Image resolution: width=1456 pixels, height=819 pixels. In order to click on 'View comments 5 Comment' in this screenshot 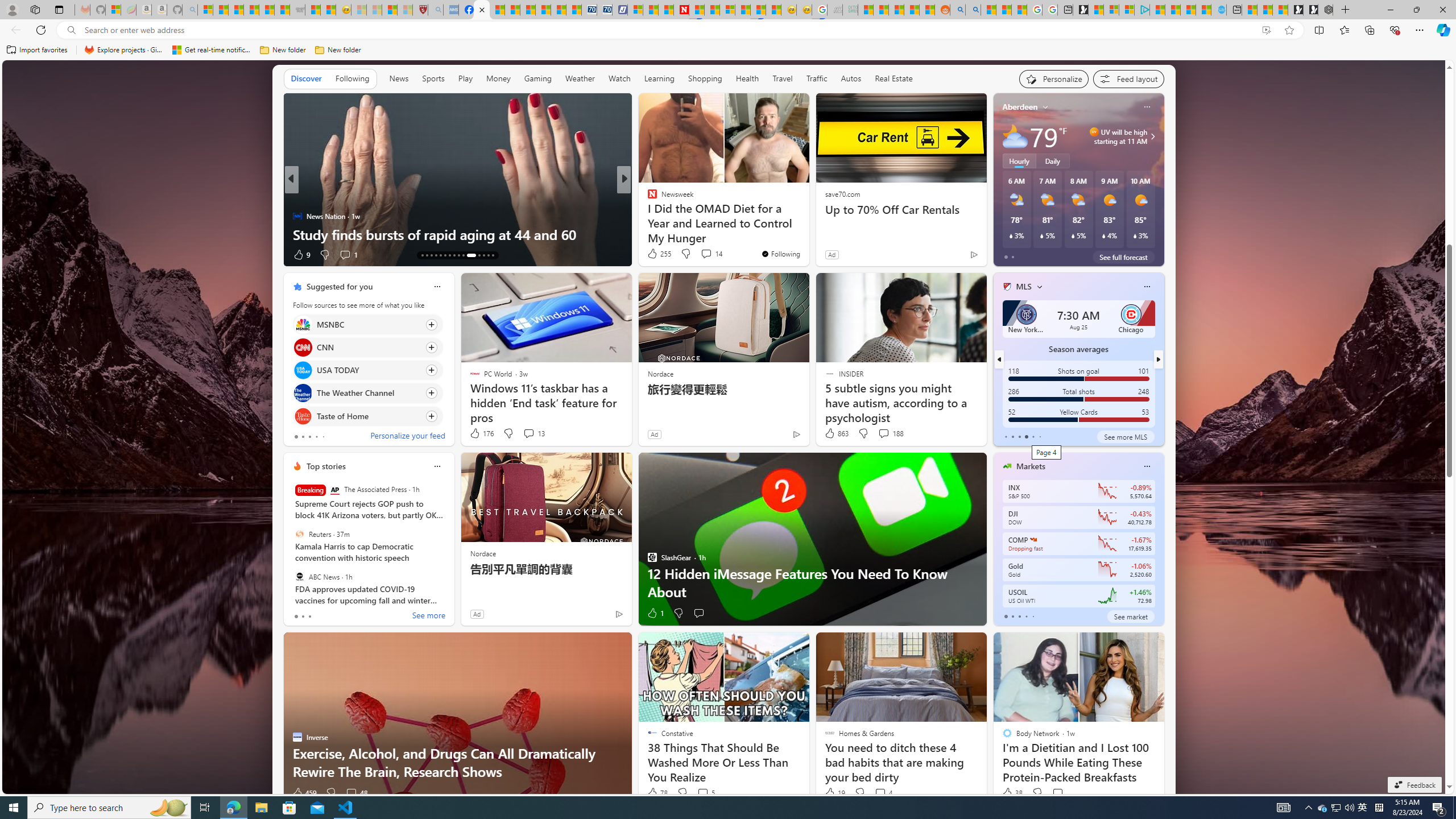, I will do `click(702, 792)`.